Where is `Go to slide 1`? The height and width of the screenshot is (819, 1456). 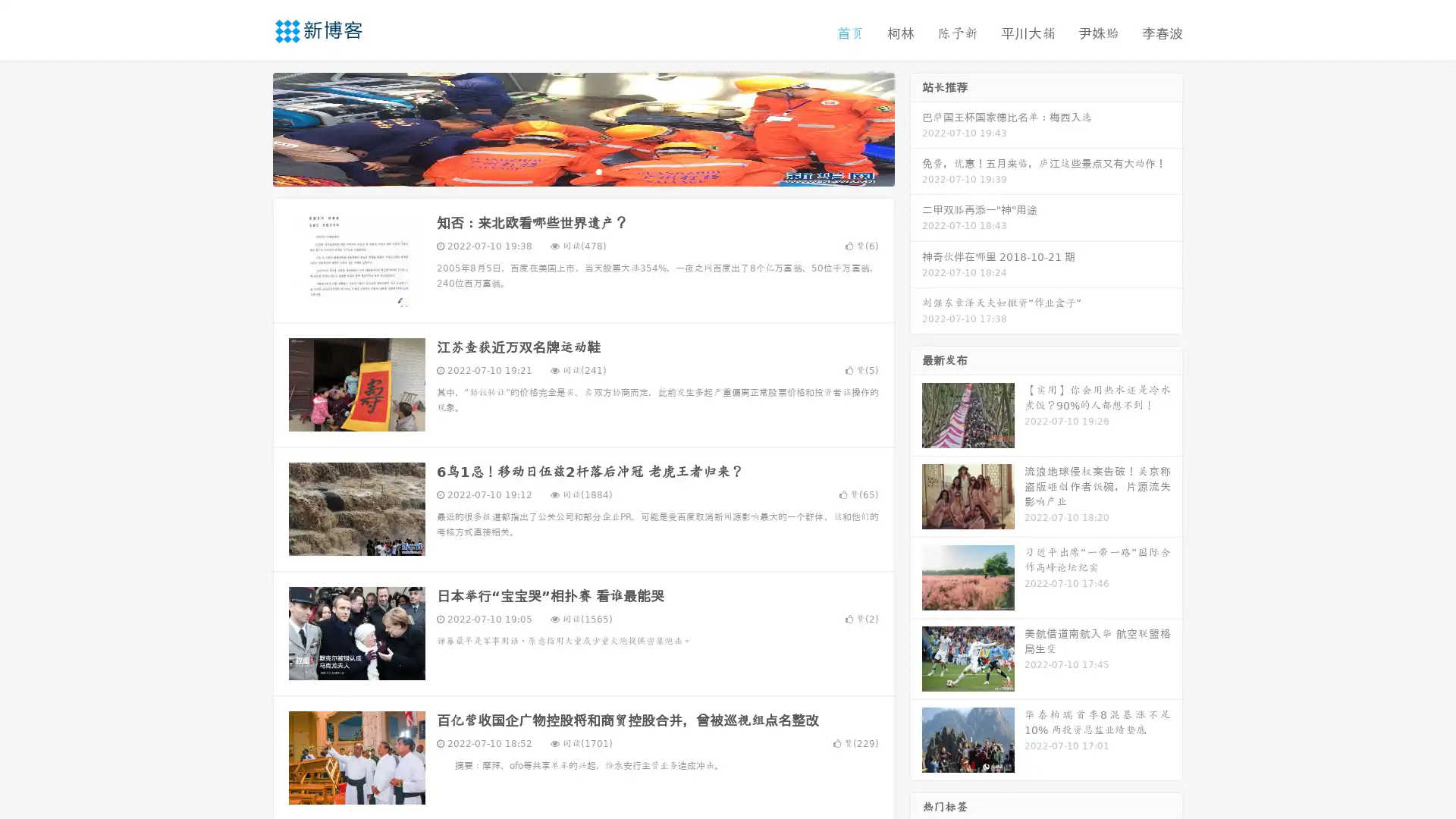
Go to slide 1 is located at coordinates (567, 171).